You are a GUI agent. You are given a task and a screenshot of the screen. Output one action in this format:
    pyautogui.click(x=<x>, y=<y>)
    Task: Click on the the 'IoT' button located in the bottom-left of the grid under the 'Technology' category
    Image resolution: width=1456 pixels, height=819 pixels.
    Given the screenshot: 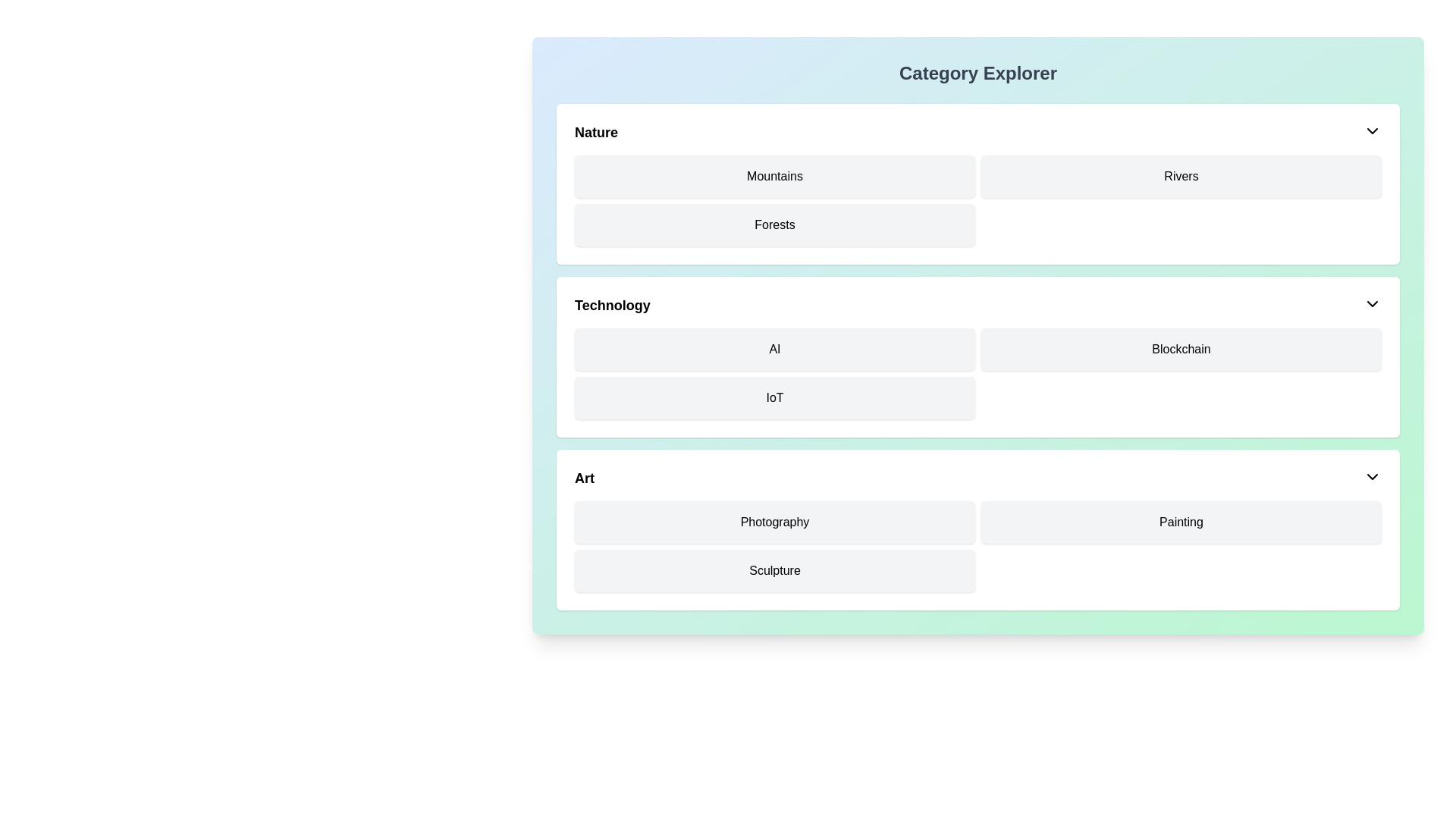 What is the action you would take?
    pyautogui.click(x=775, y=397)
    